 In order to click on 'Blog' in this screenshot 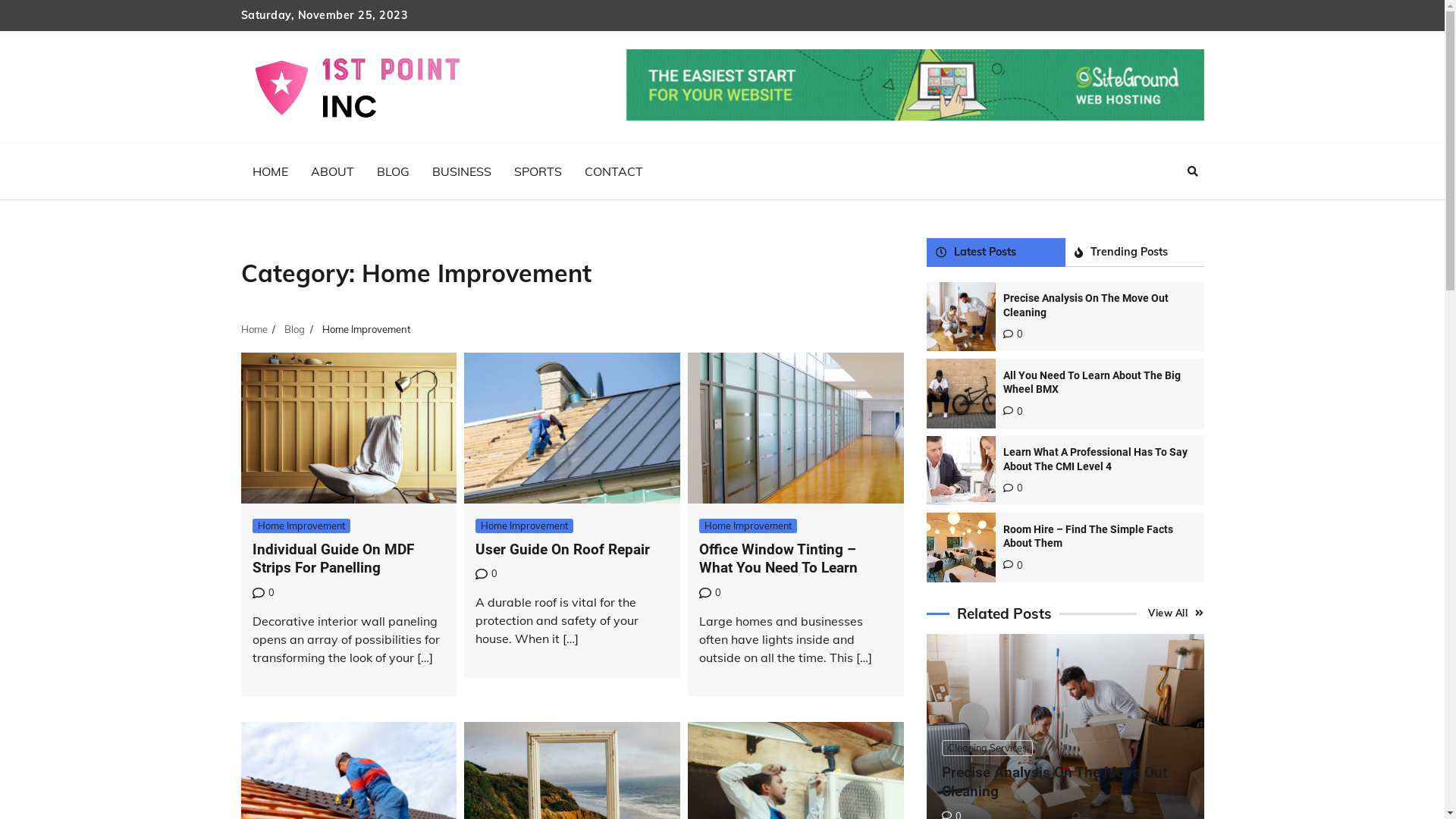, I will do `click(294, 328)`.